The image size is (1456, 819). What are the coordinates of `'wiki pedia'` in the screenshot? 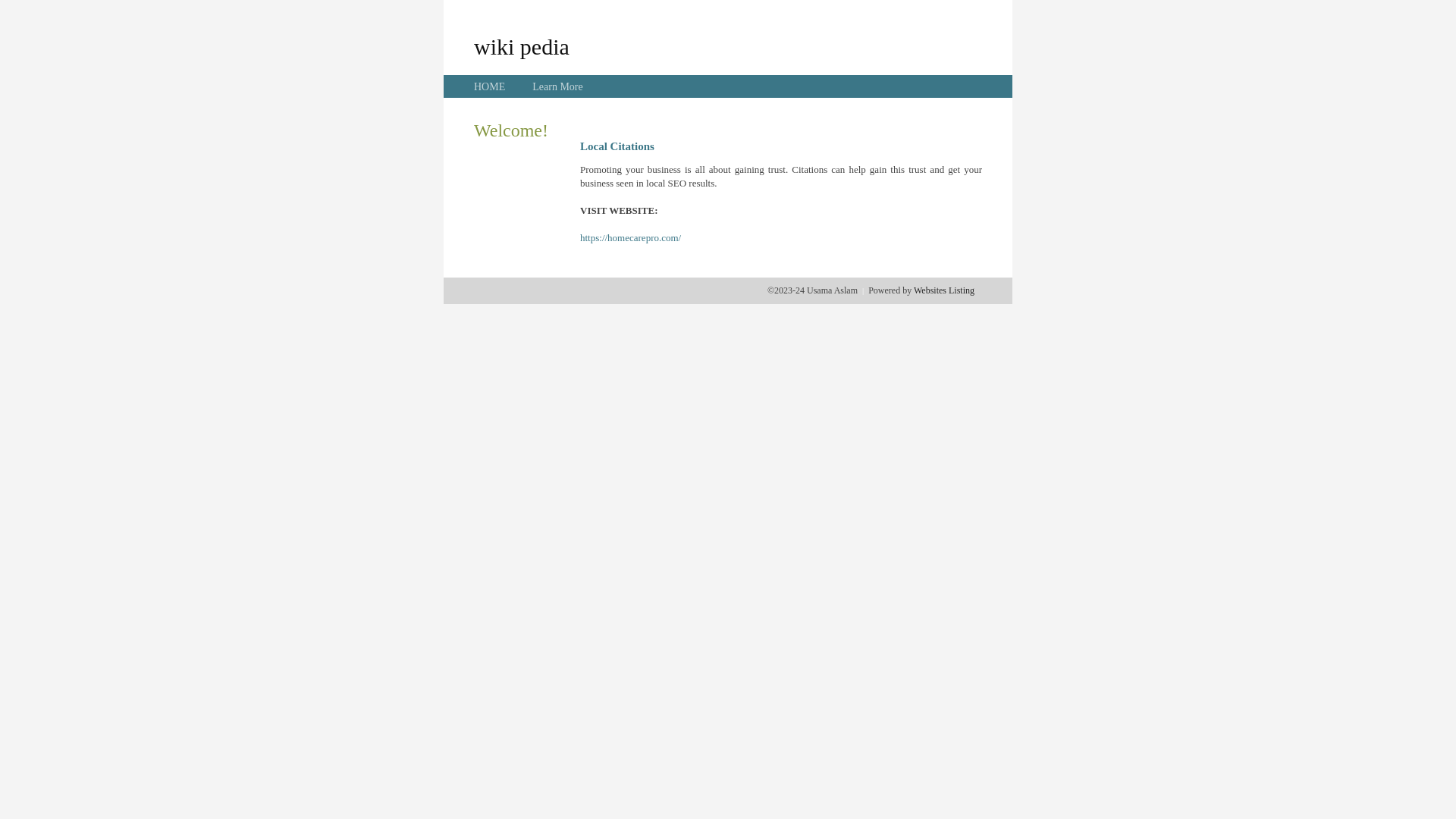 It's located at (472, 45).